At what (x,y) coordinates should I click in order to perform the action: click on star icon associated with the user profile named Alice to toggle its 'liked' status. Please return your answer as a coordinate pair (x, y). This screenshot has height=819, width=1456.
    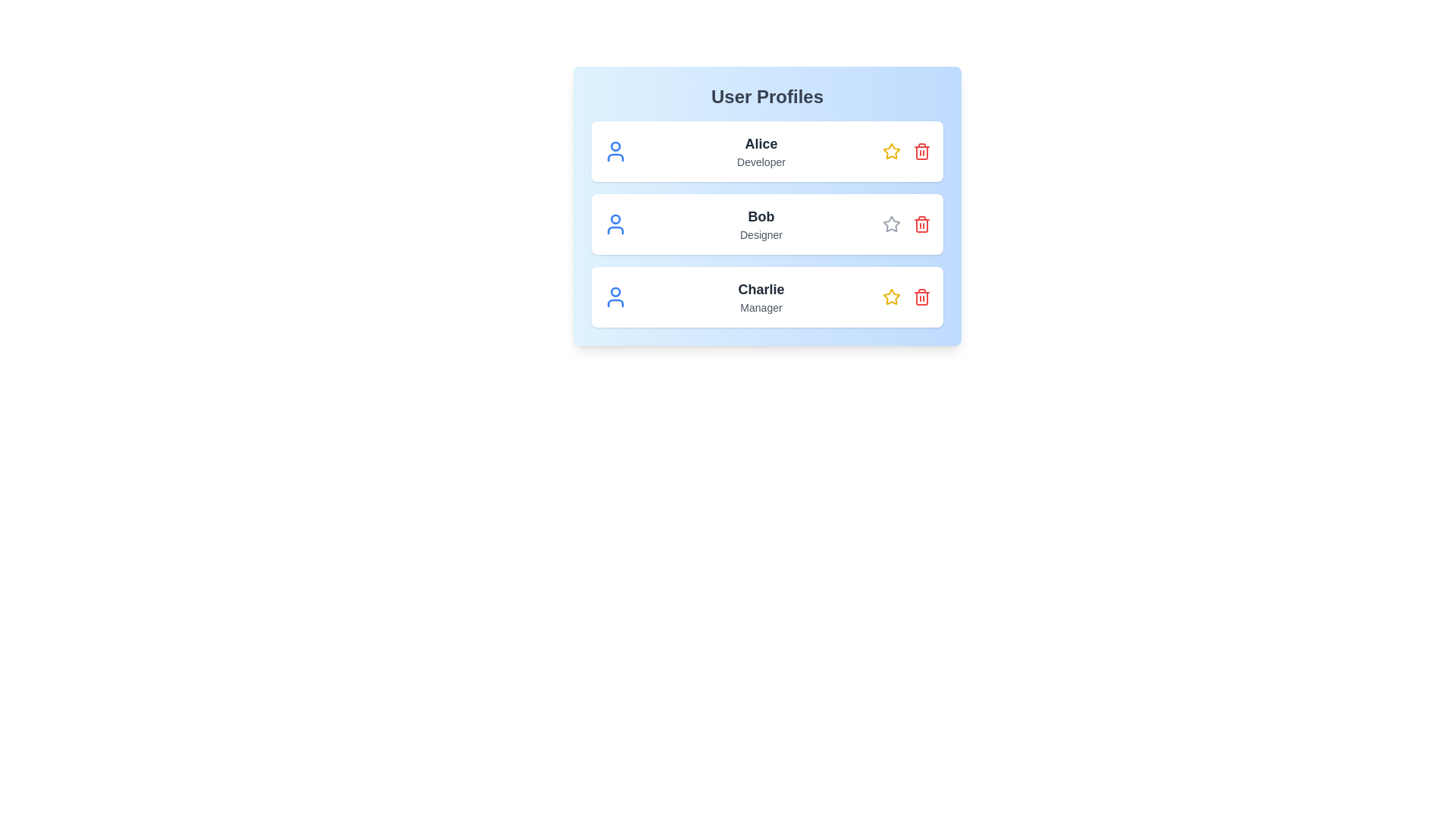
    Looking at the image, I should click on (892, 152).